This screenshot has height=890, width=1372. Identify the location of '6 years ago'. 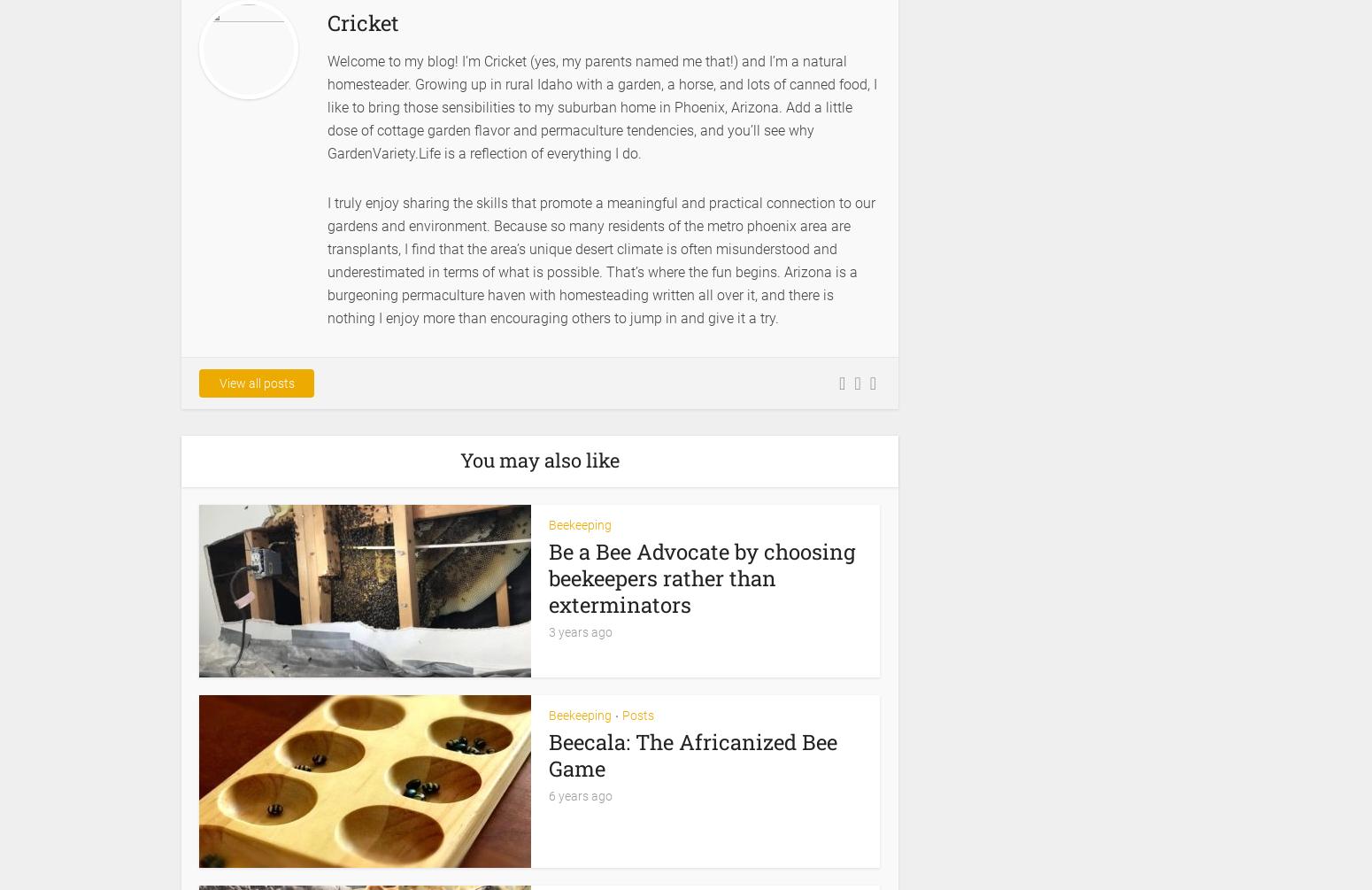
(579, 793).